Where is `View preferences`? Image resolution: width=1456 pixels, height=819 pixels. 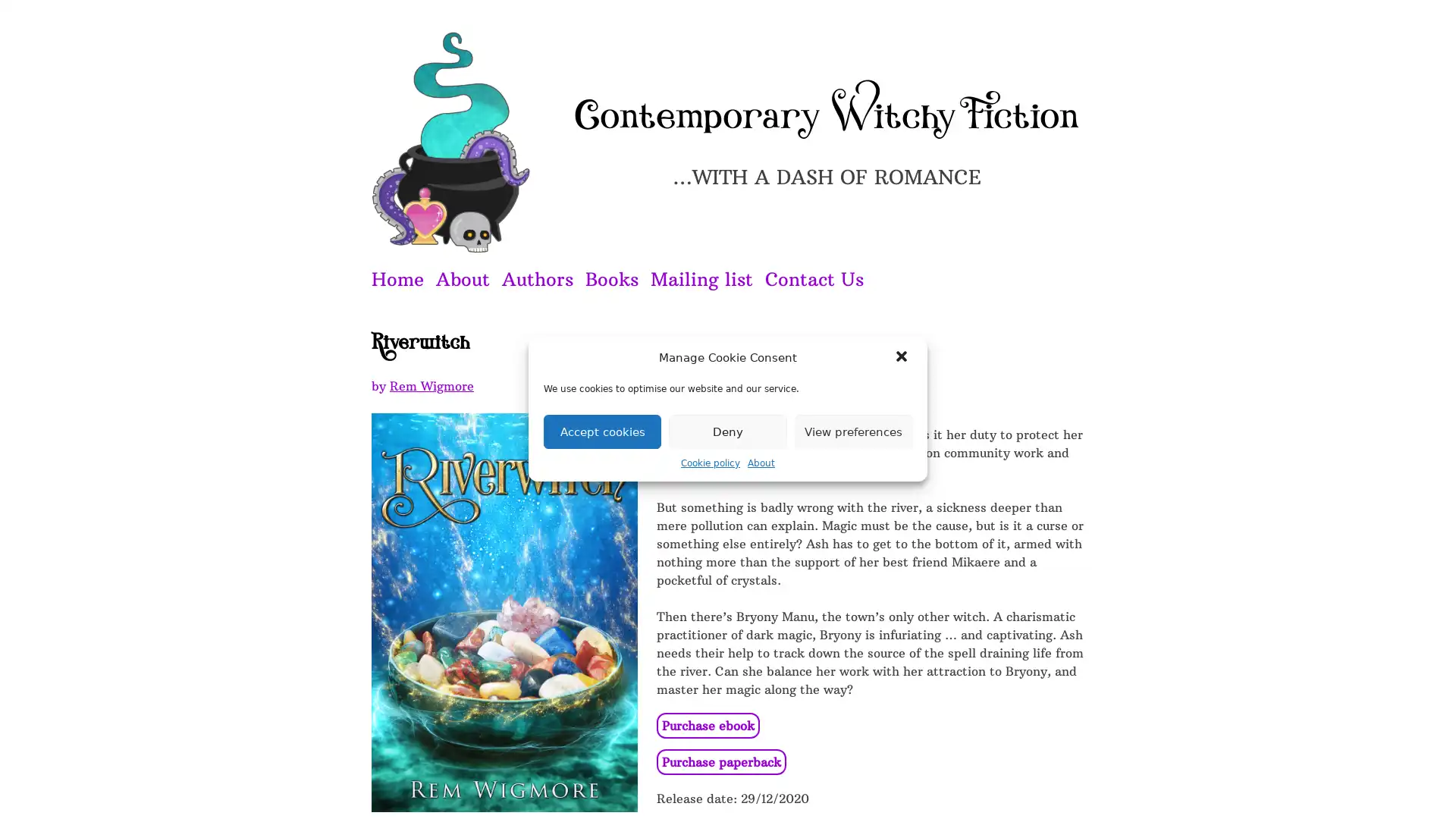 View preferences is located at coordinates (852, 431).